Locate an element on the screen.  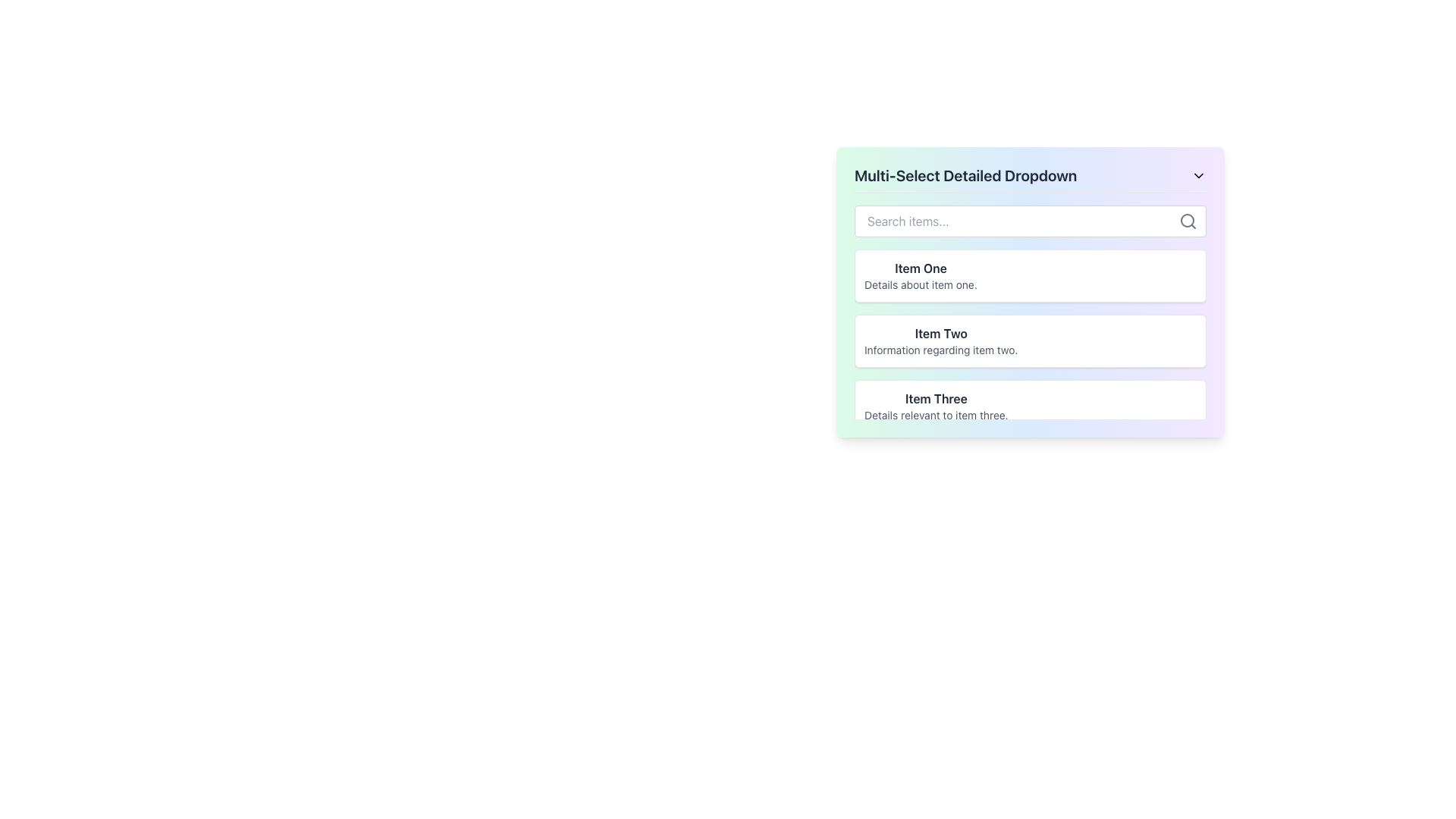
the search icon located at the right edge of the search input field labeled 'Search items...' is located at coordinates (1187, 221).